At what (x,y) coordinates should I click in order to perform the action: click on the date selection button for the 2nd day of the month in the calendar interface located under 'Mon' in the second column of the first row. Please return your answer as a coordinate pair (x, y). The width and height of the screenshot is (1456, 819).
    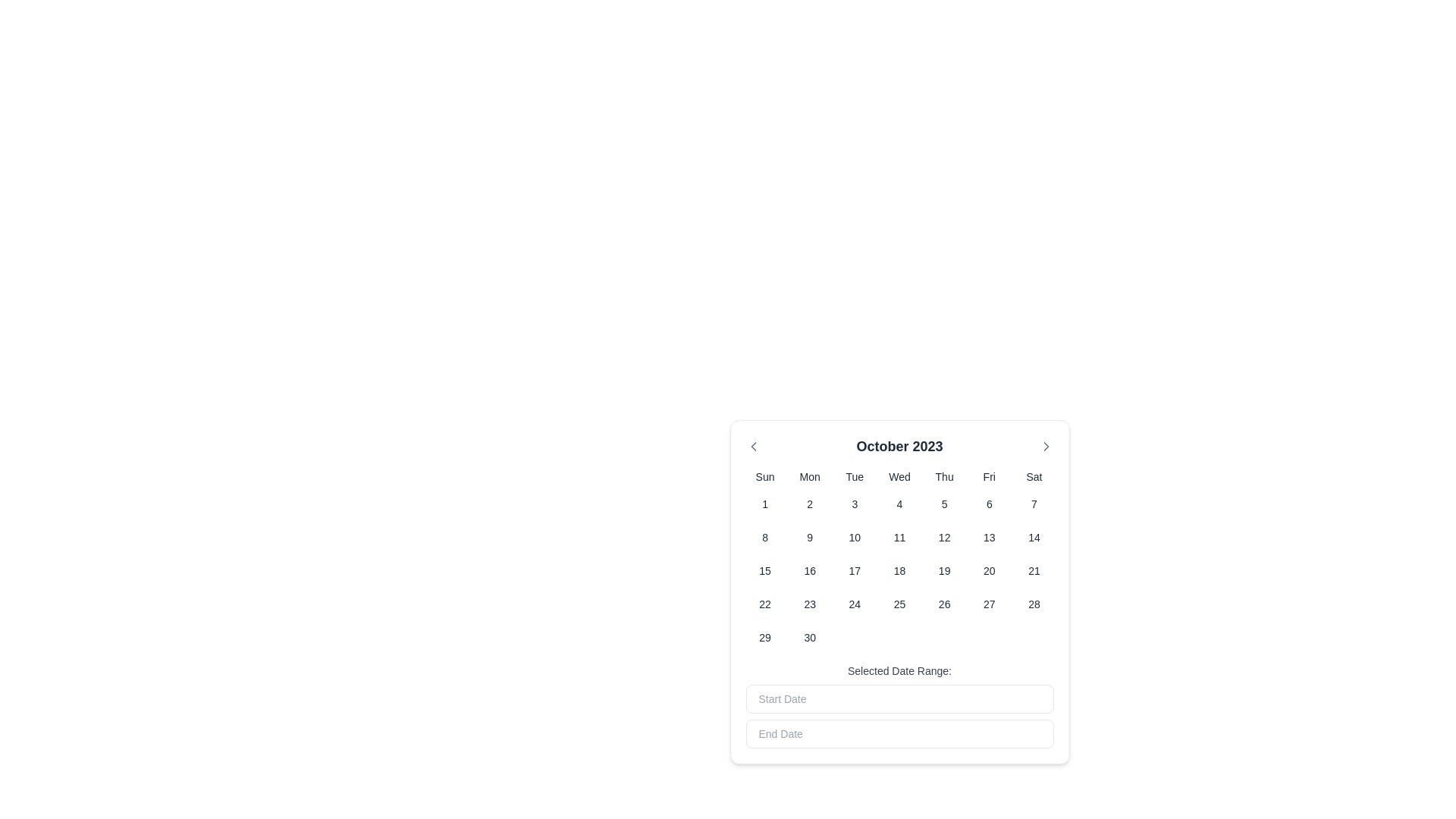
    Looking at the image, I should click on (809, 504).